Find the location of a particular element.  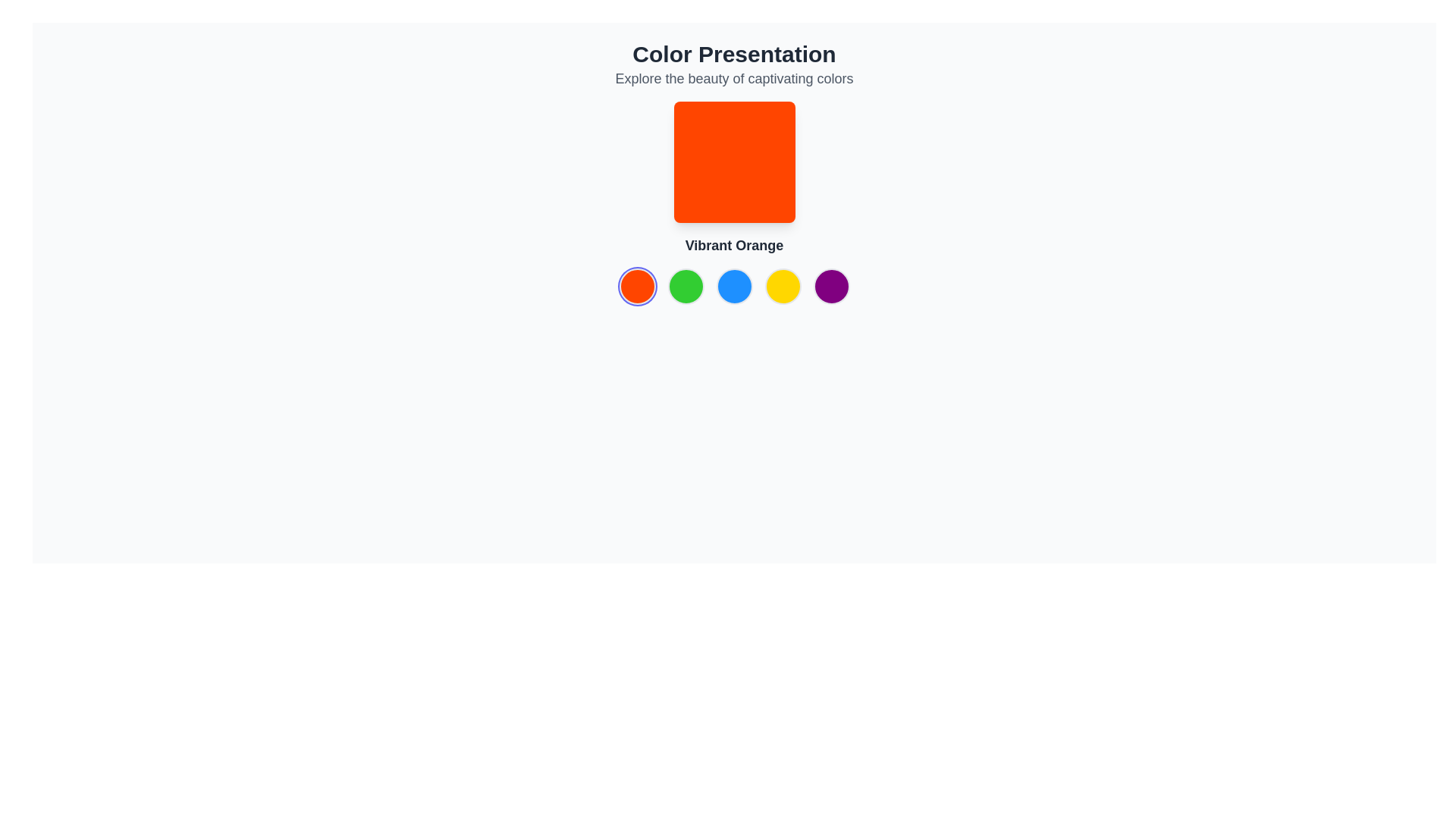

the golden yellow color button to observe the focus effect is located at coordinates (783, 287).